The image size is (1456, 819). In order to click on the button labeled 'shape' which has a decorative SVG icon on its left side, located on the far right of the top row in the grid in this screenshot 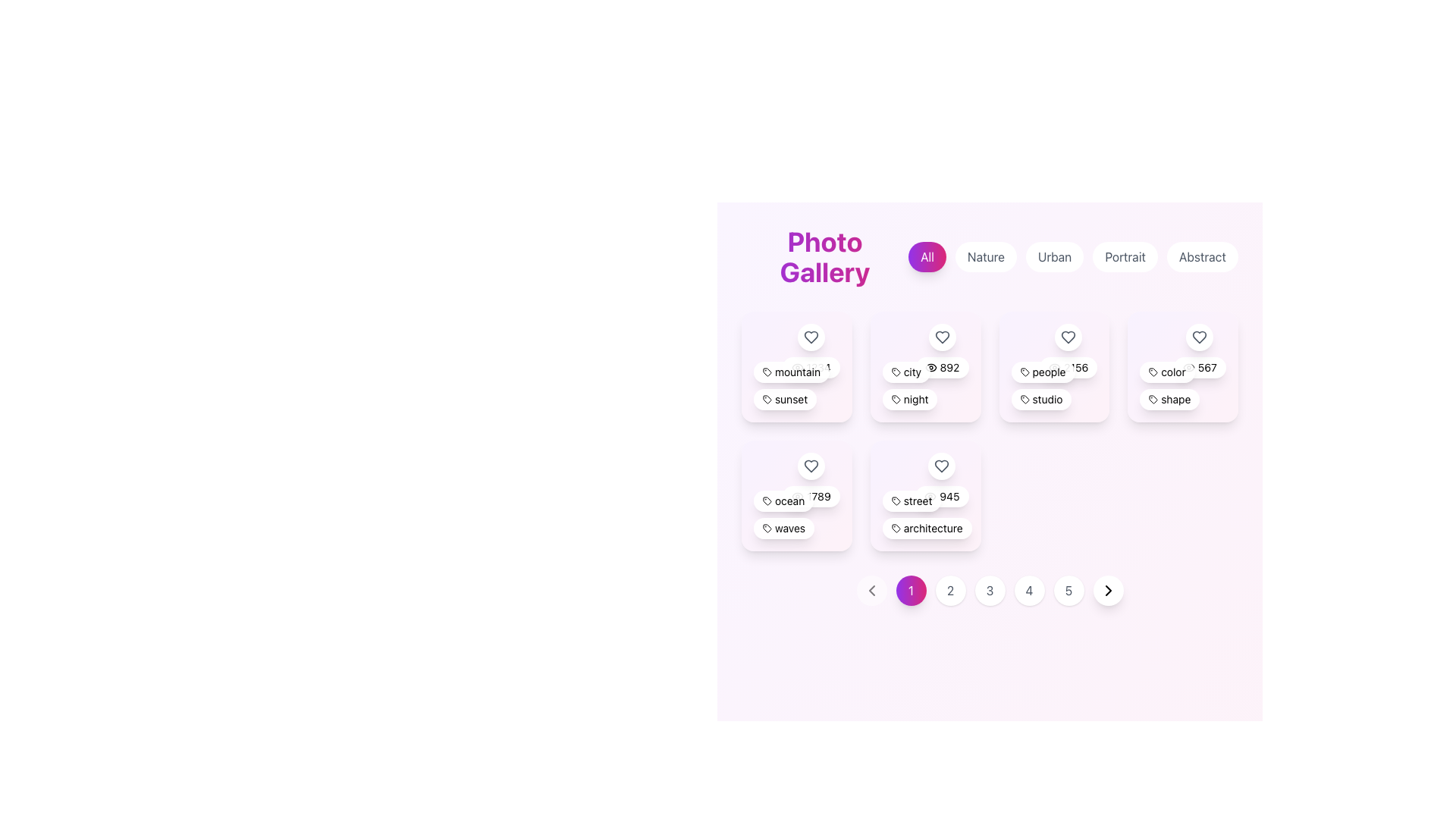, I will do `click(1153, 398)`.